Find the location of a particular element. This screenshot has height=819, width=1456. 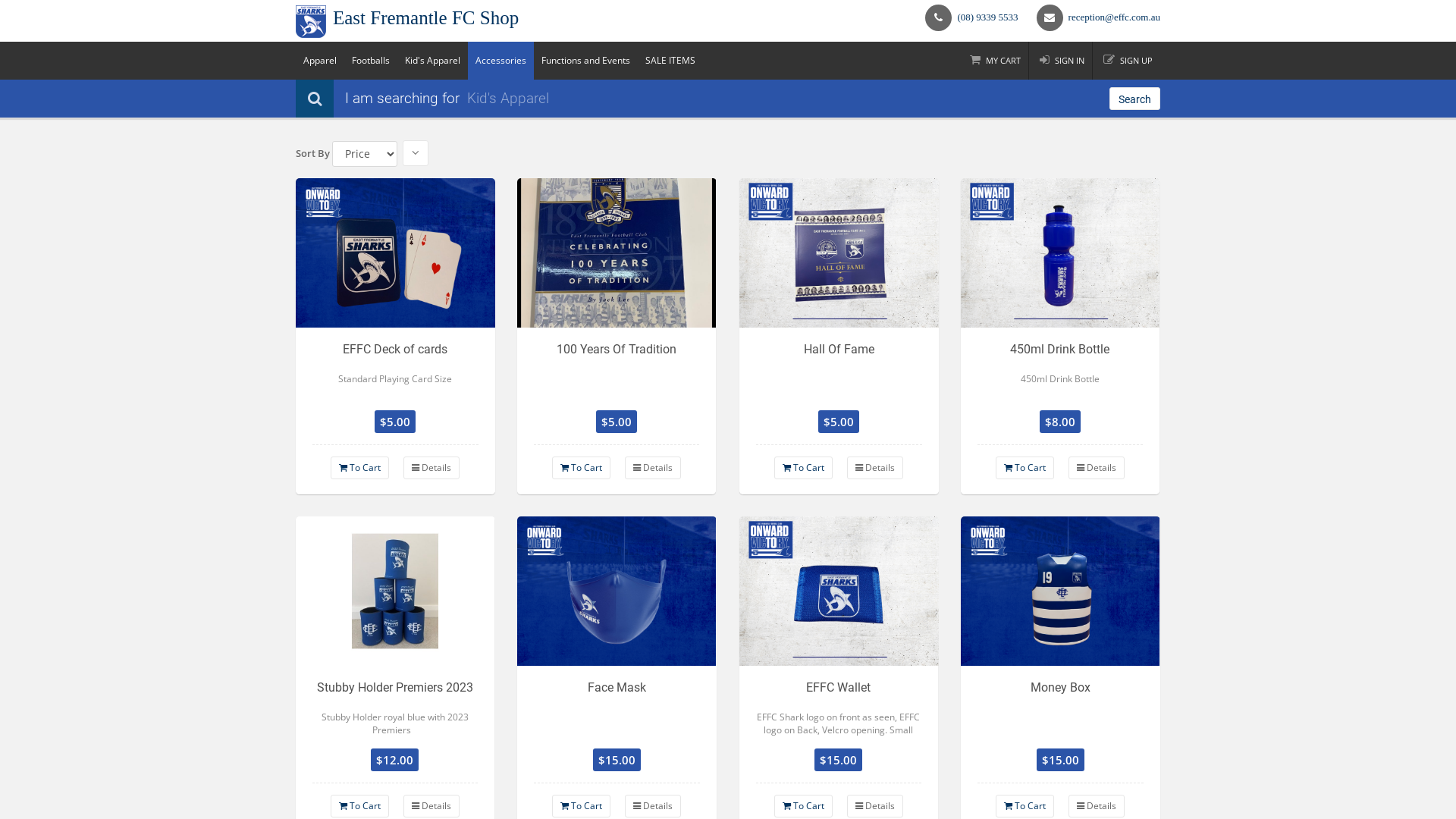

'SALE ITEMS' is located at coordinates (669, 60).